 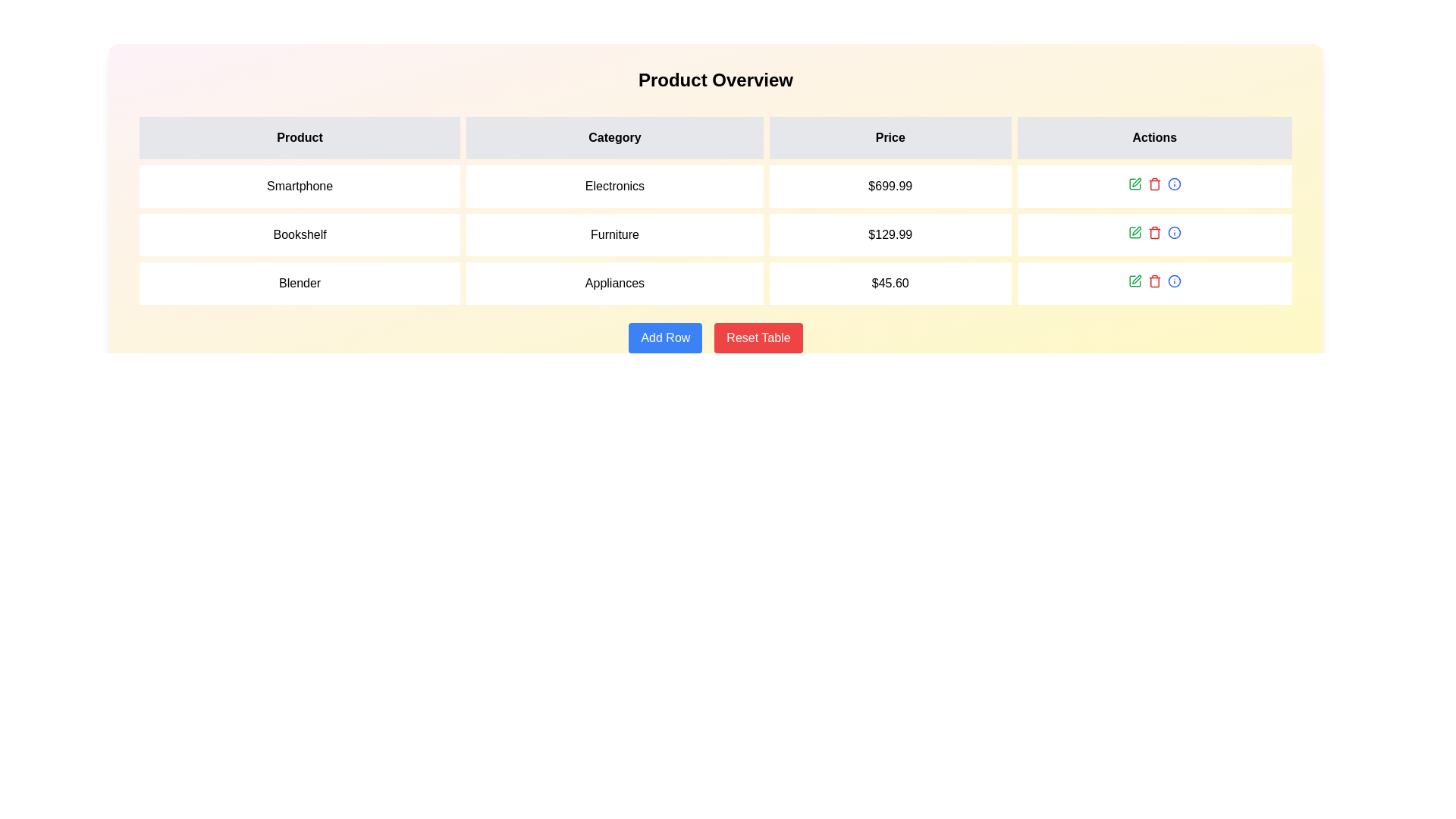 What do you see at coordinates (1153, 137) in the screenshot?
I see `text 'Actions' from the table header styled with bold, black text over a light gray background, located at the top-right corner of the table` at bounding box center [1153, 137].